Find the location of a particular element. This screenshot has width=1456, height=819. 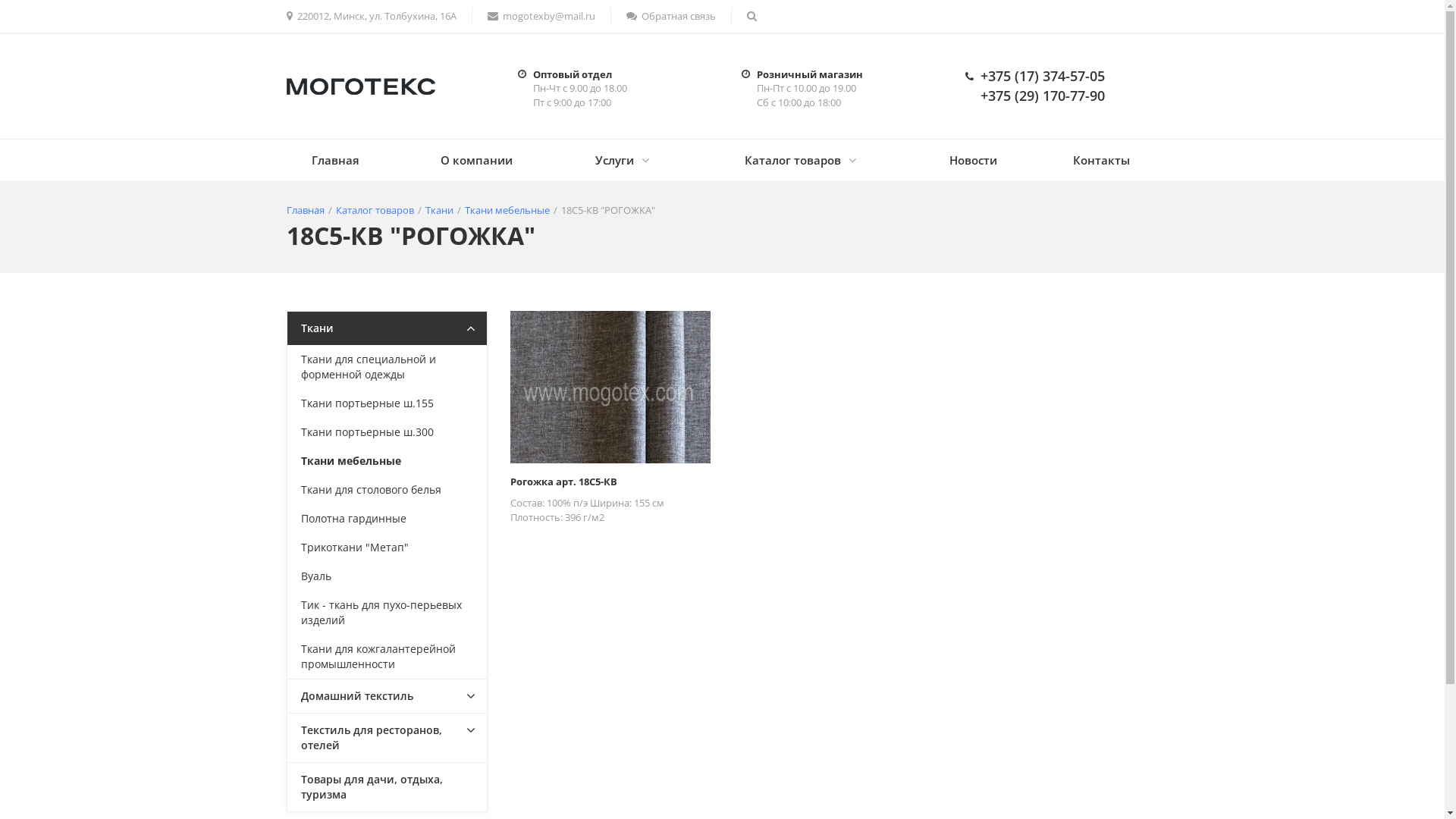

'91+24' is located at coordinates (610, 386).